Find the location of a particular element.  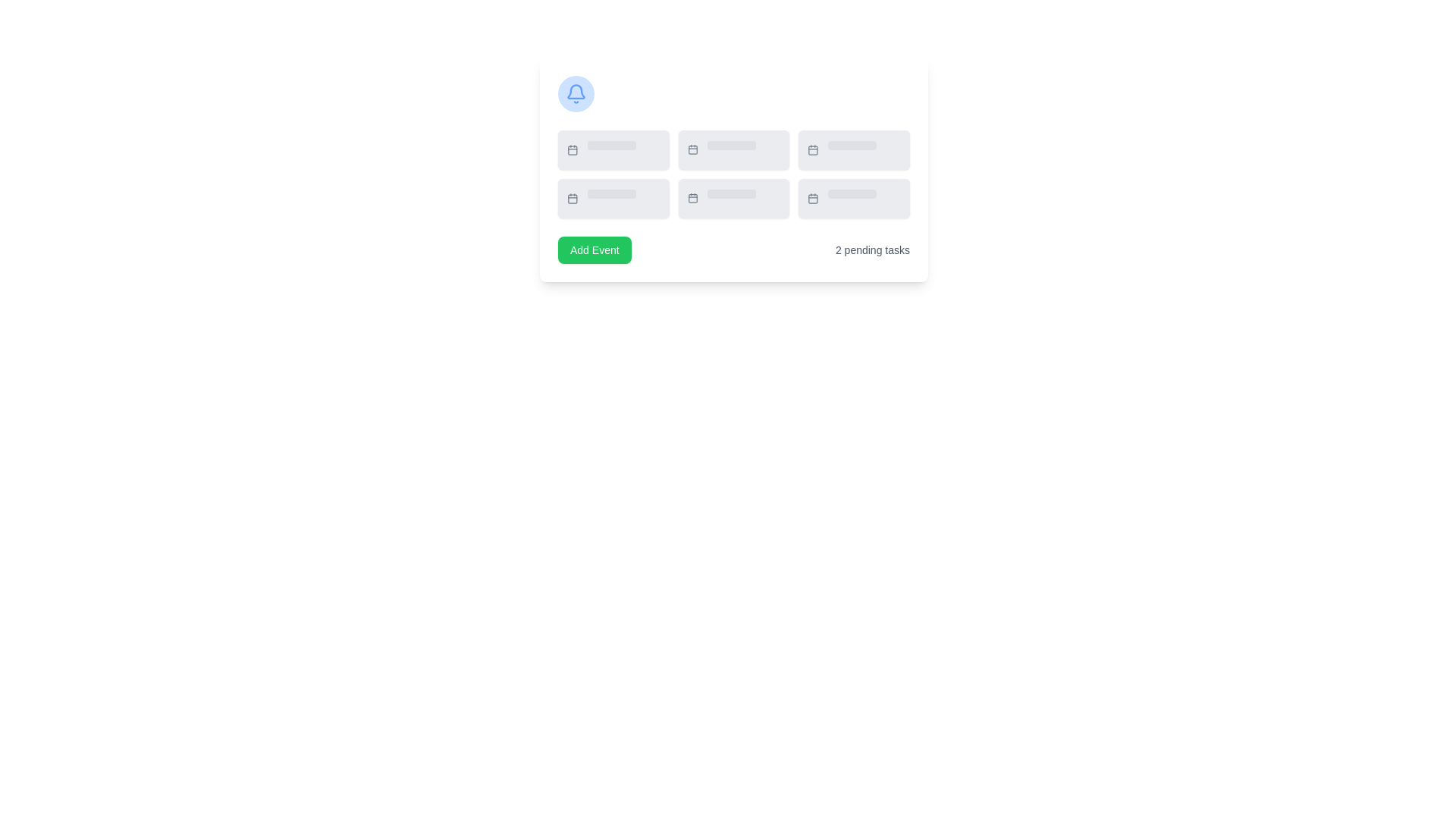

the rectangular decorative shape within the calendar icon, which is located in the second column and first row of the grid layout is located at coordinates (692, 150).